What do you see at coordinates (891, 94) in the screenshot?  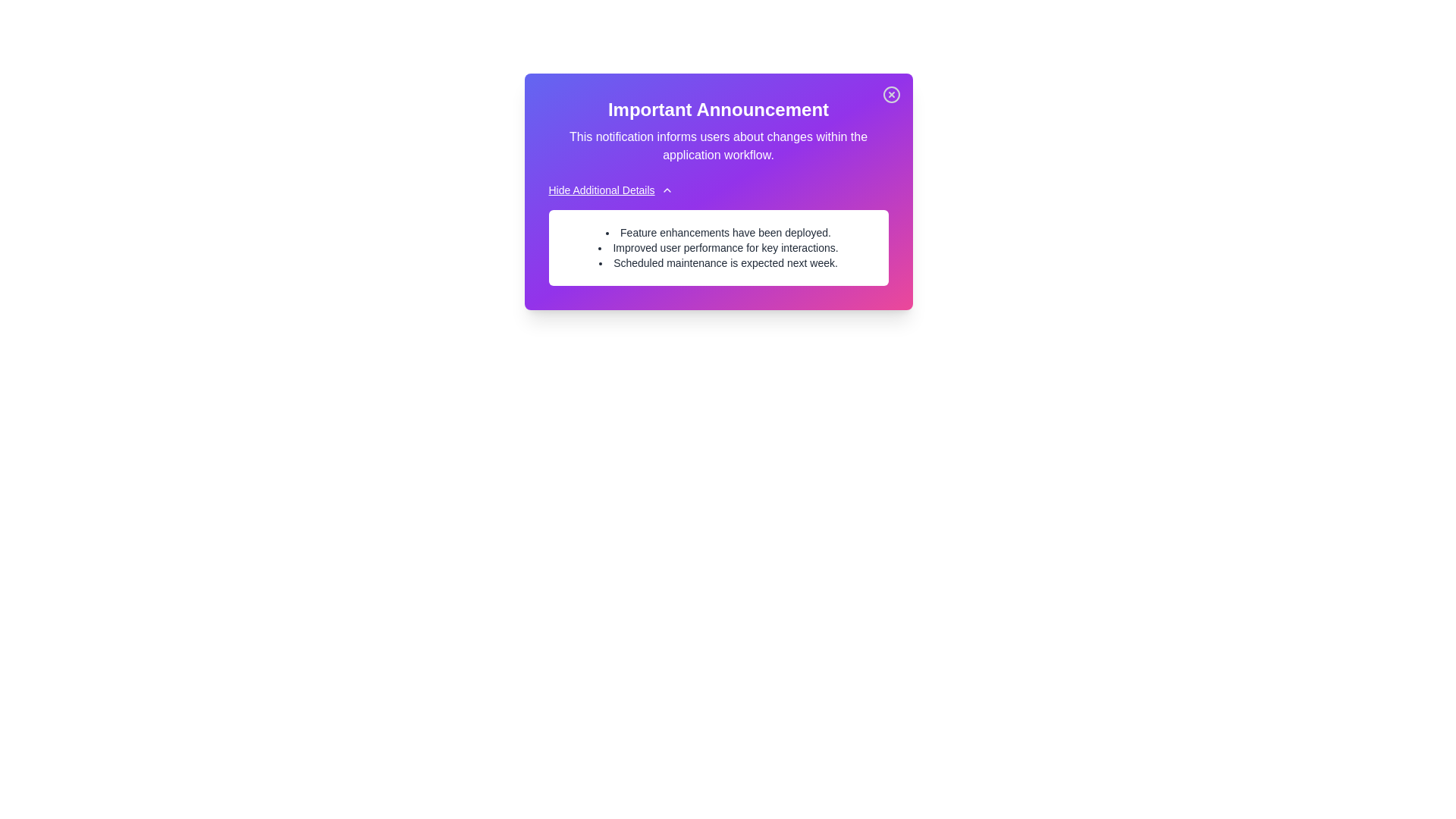 I see `the close button to dismiss the alert` at bounding box center [891, 94].